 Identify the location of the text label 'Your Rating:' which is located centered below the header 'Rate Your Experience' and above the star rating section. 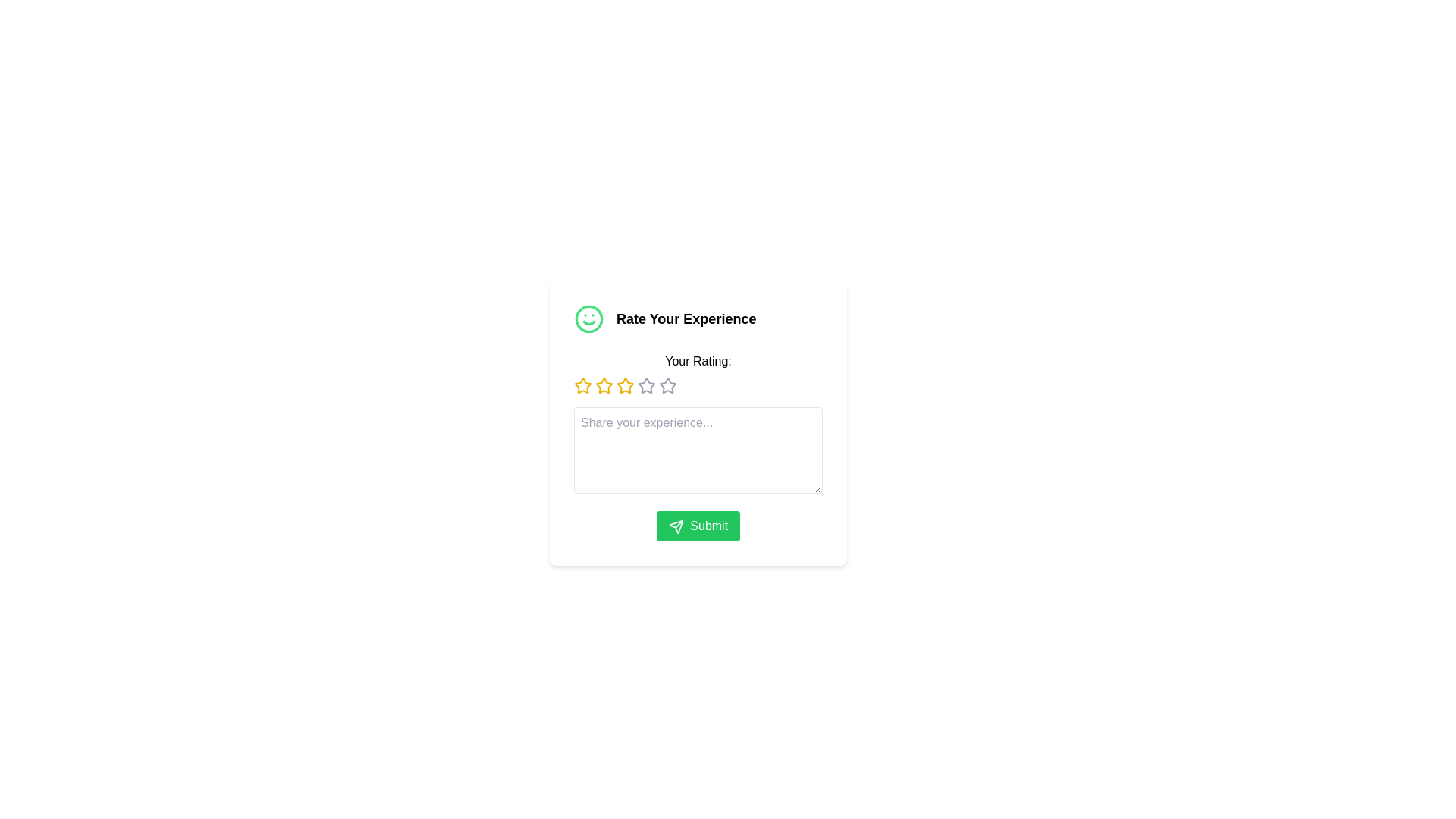
(698, 374).